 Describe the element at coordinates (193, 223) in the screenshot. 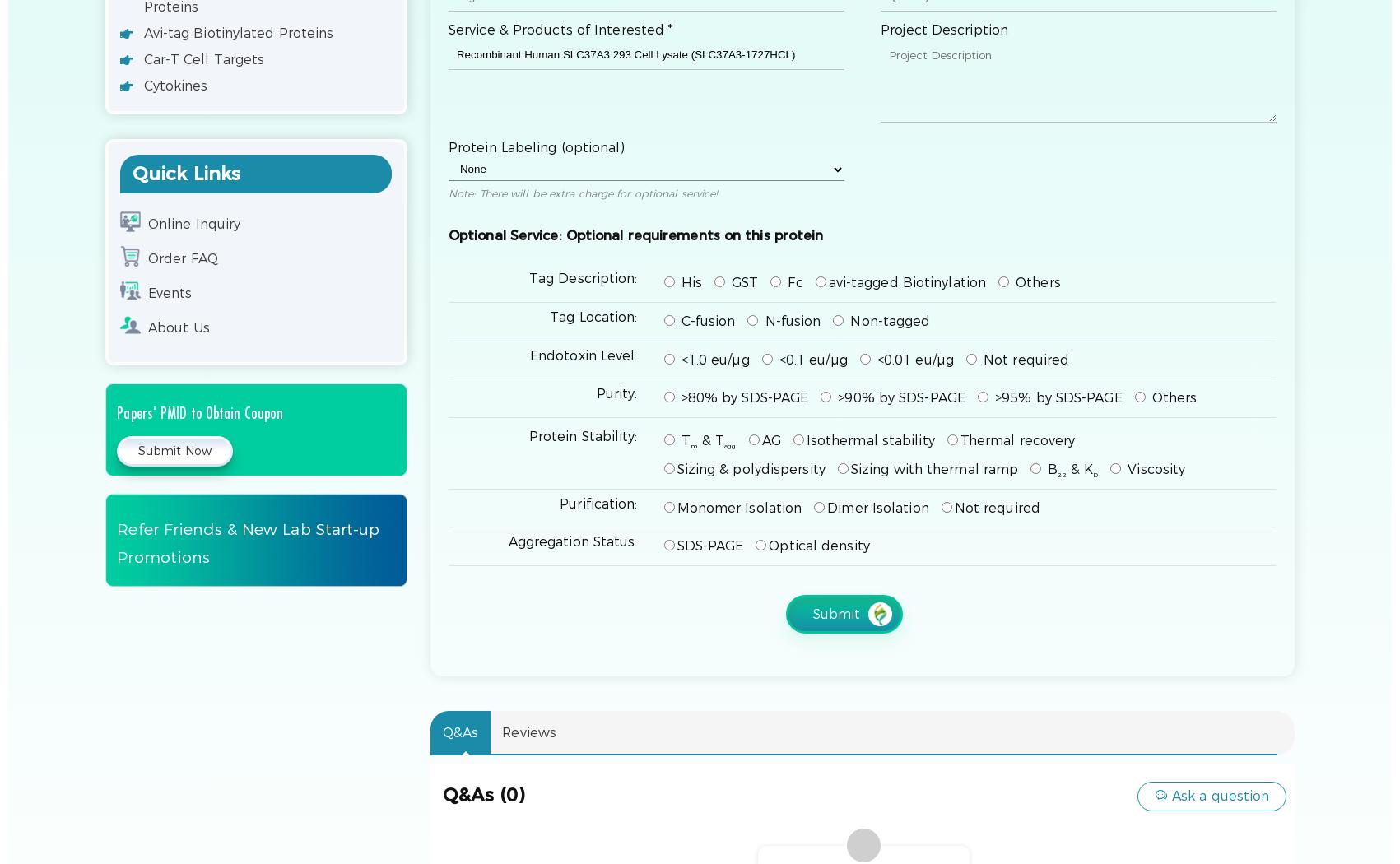

I see `'Online Inquiry'` at that location.